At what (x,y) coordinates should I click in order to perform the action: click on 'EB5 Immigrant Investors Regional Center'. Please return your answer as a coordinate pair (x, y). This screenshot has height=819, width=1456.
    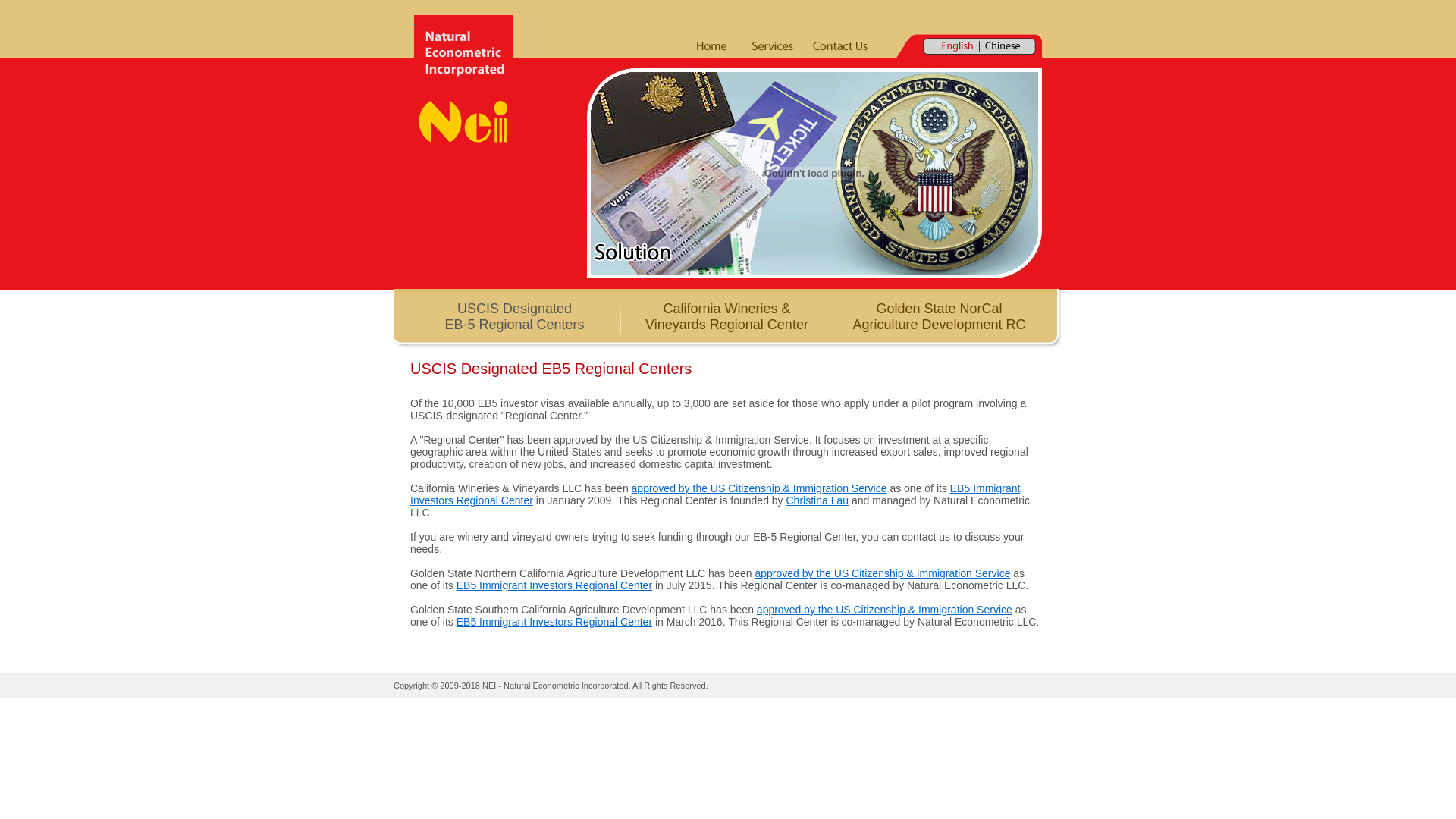
    Looking at the image, I should click on (714, 494).